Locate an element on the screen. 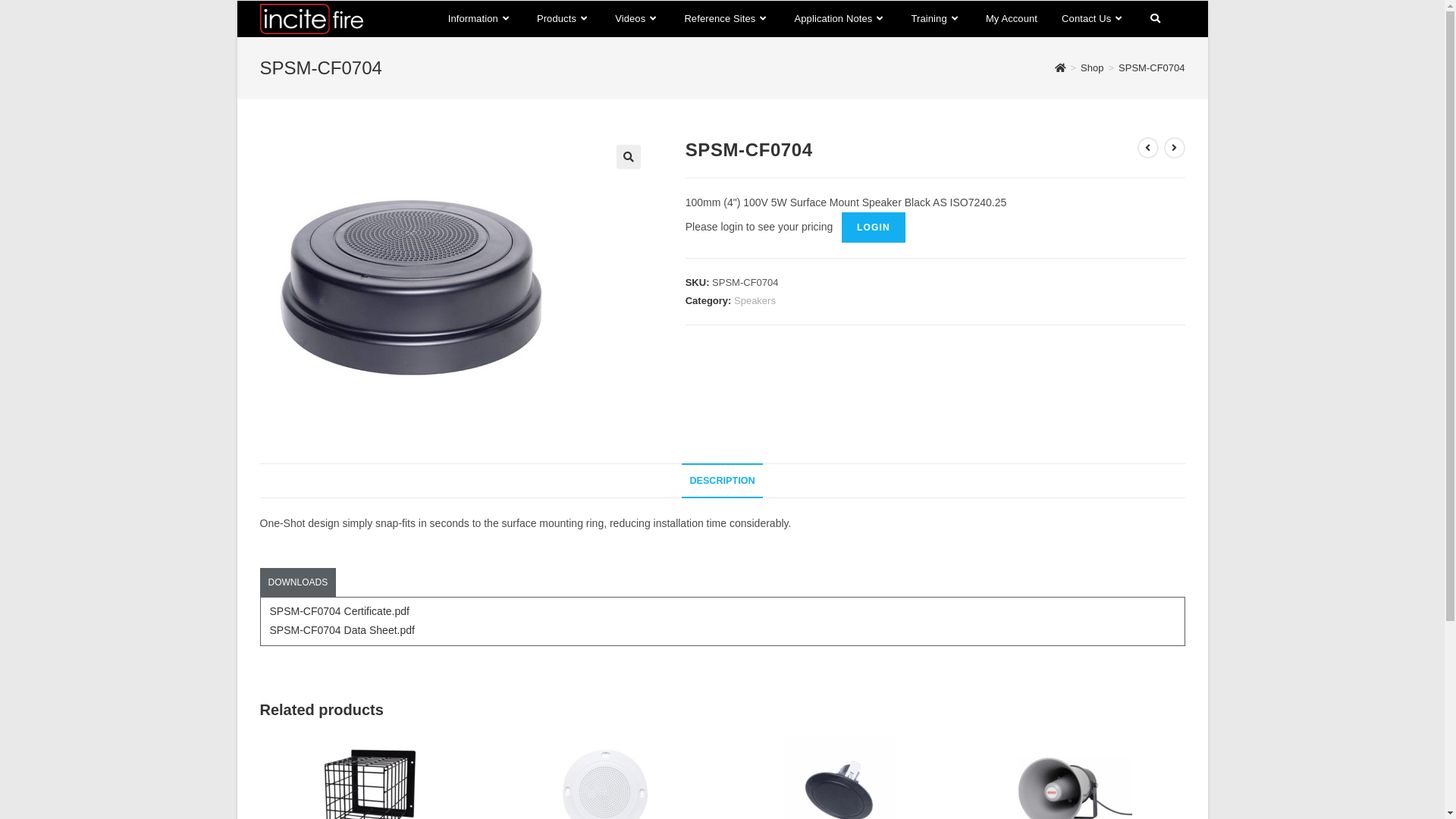  'LOGIN' is located at coordinates (874, 227).